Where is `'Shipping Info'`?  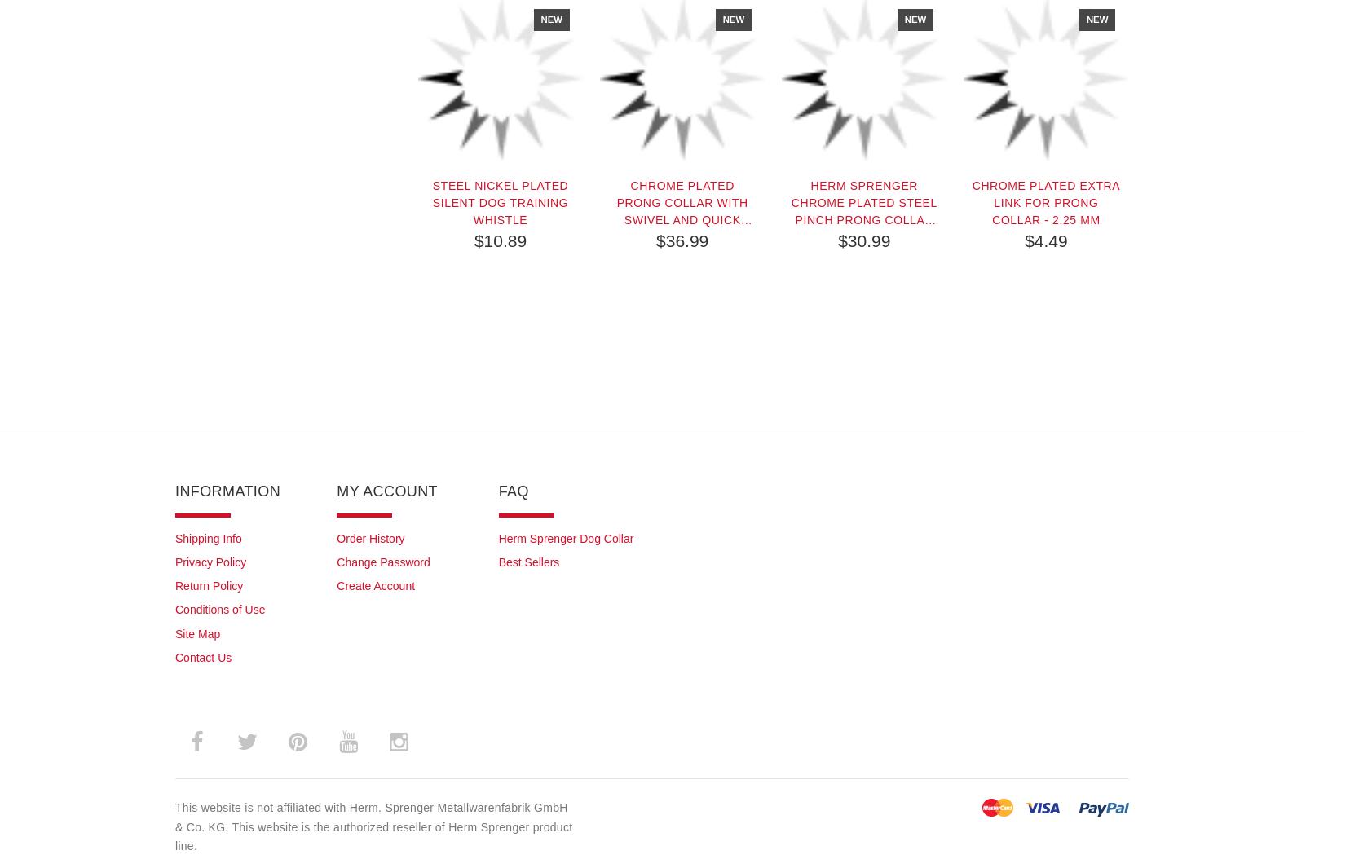 'Shipping Info' is located at coordinates (207, 537).